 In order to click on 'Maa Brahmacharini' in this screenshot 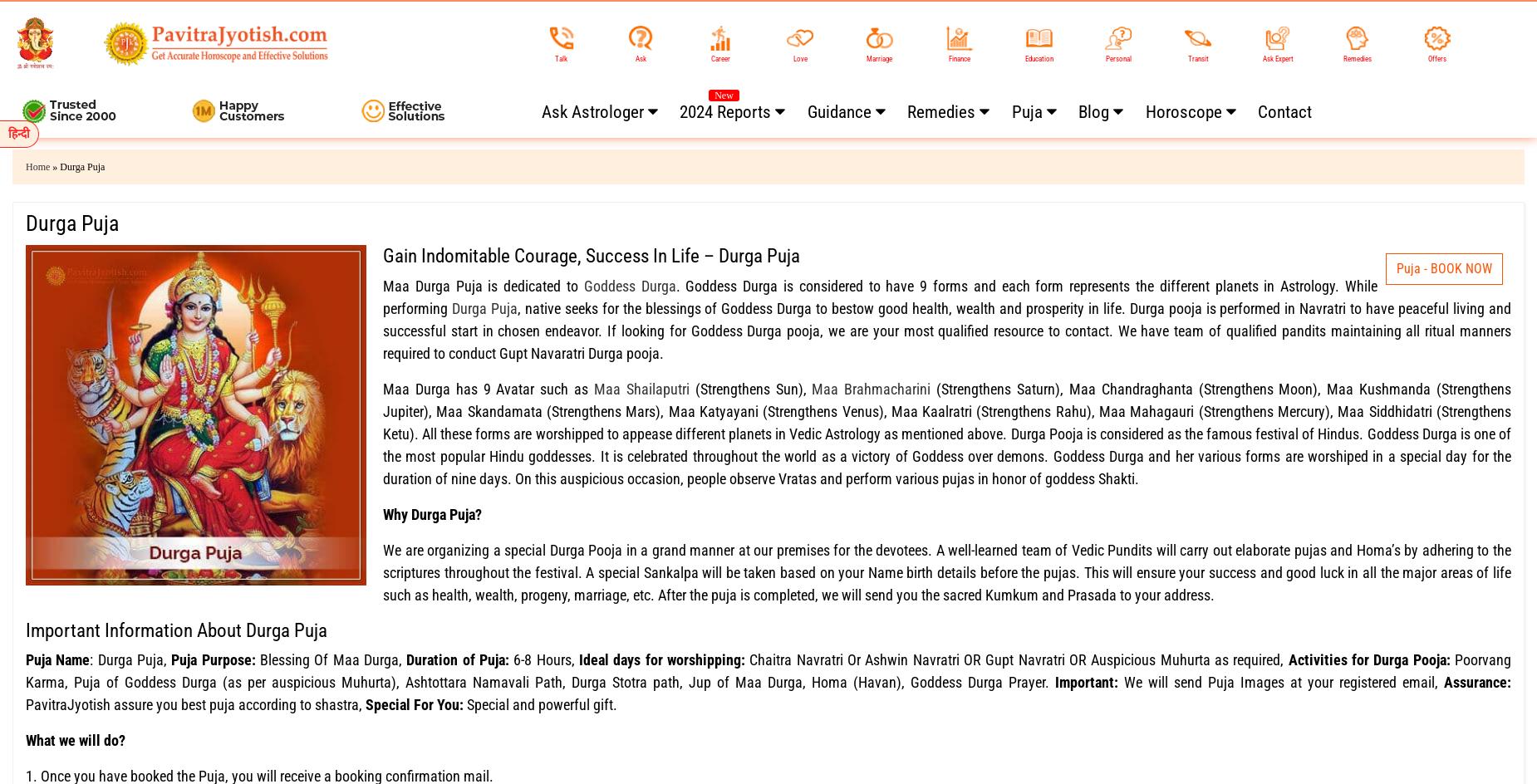, I will do `click(810, 387)`.